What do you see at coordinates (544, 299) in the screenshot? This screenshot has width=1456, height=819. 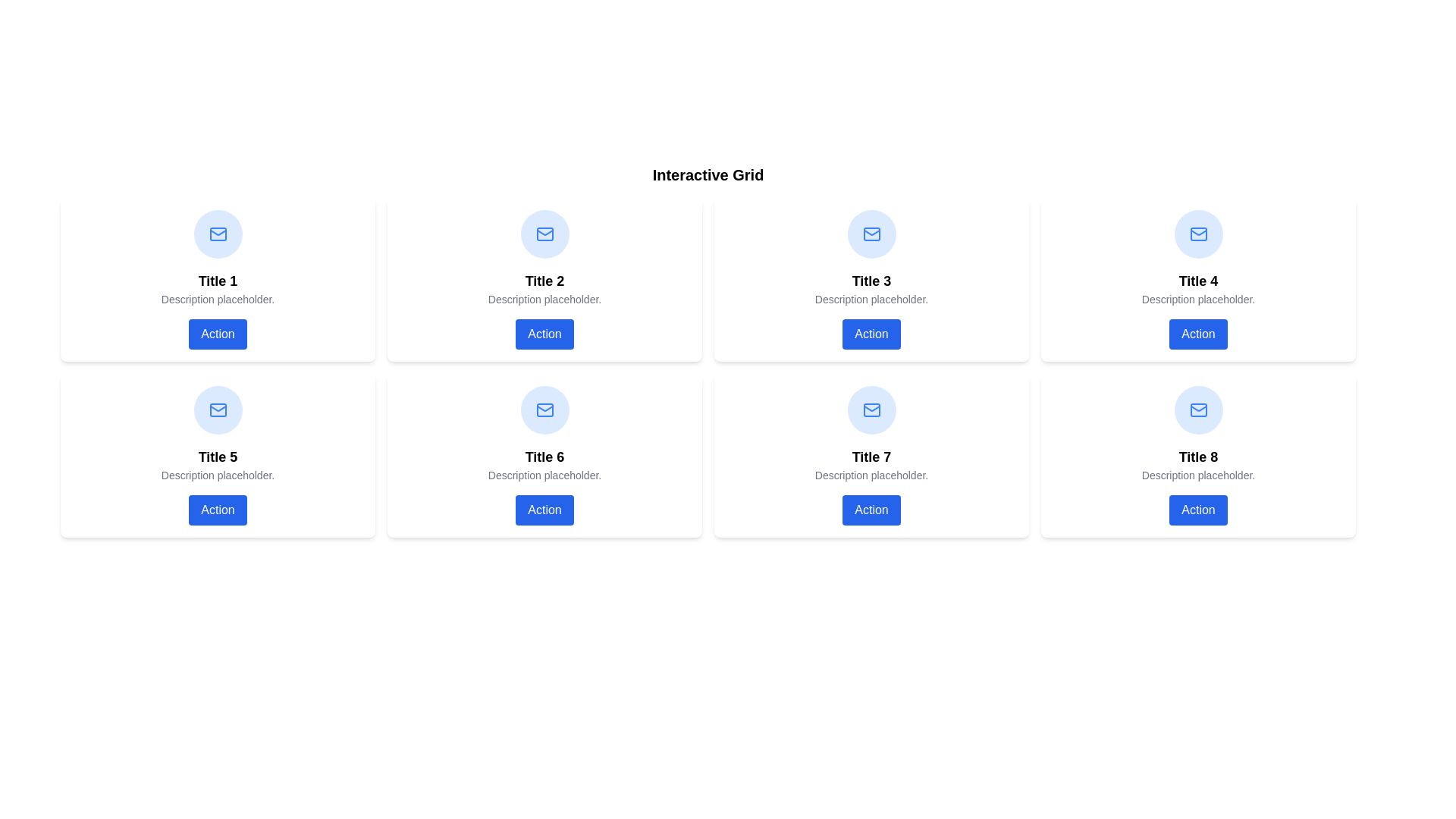 I see `the text element containing 'Description placeholder.' which is the second content row in the grid layout, positioned below 'Title 2' and above the 'Action' button` at bounding box center [544, 299].